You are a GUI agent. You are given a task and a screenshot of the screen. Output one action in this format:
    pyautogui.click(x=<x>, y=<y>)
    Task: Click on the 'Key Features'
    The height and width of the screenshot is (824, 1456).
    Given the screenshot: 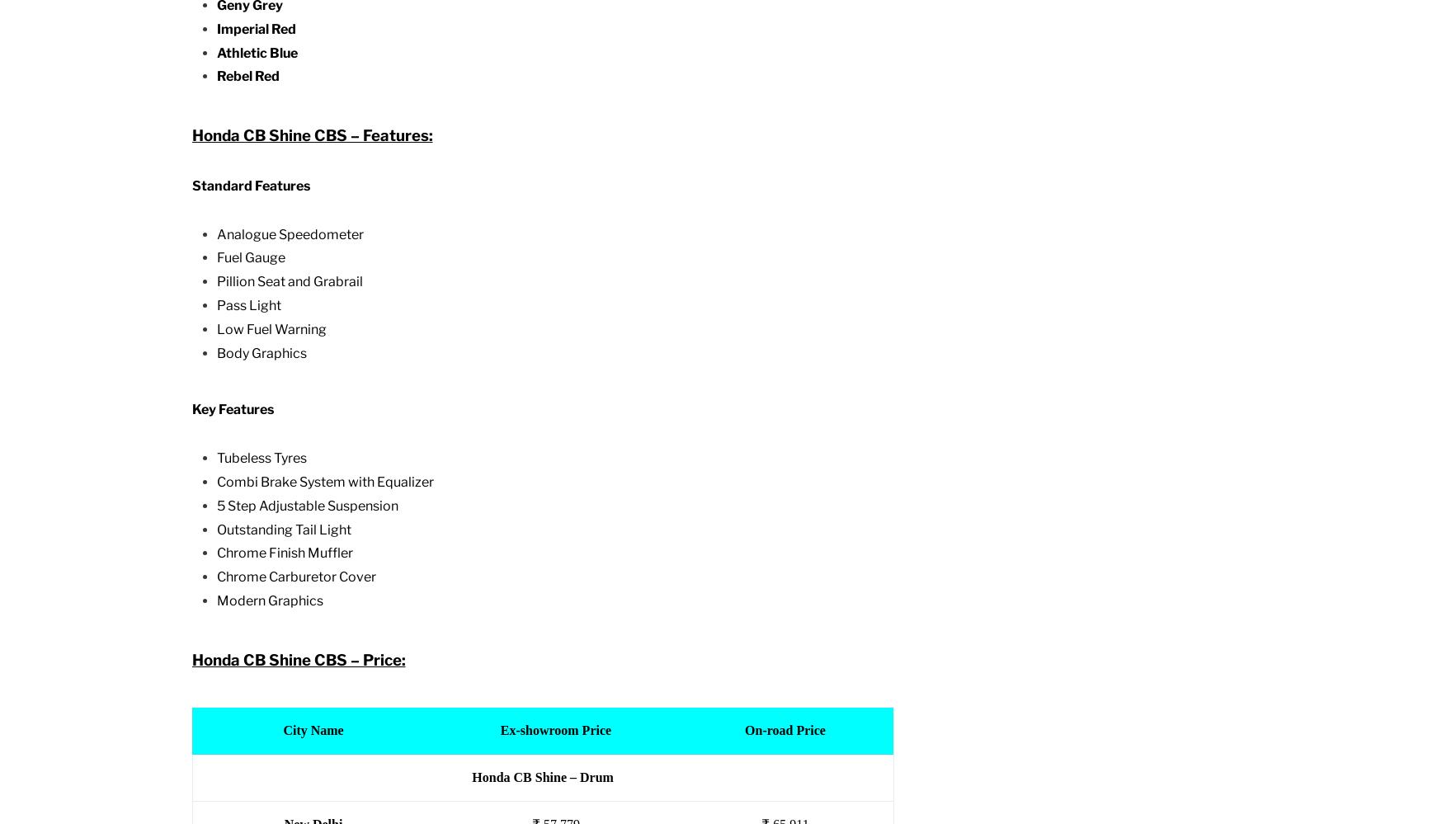 What is the action you would take?
    pyautogui.click(x=231, y=409)
    